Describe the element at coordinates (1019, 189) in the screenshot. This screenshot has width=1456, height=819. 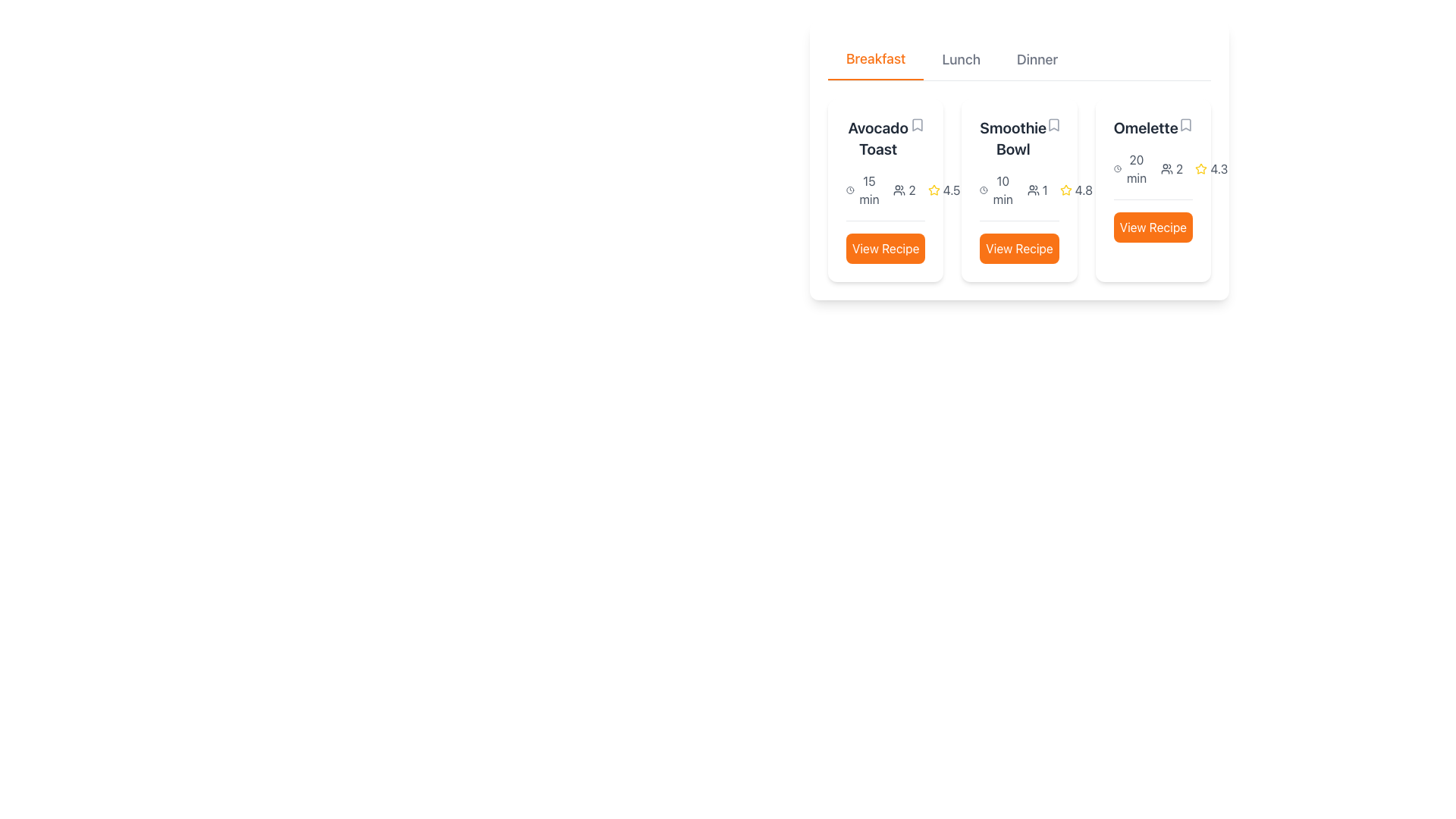
I see `the text display with inline icons showing '10 min' and '14.8' within the 'Smoothie Bowl' card, located centrally below the title` at that location.